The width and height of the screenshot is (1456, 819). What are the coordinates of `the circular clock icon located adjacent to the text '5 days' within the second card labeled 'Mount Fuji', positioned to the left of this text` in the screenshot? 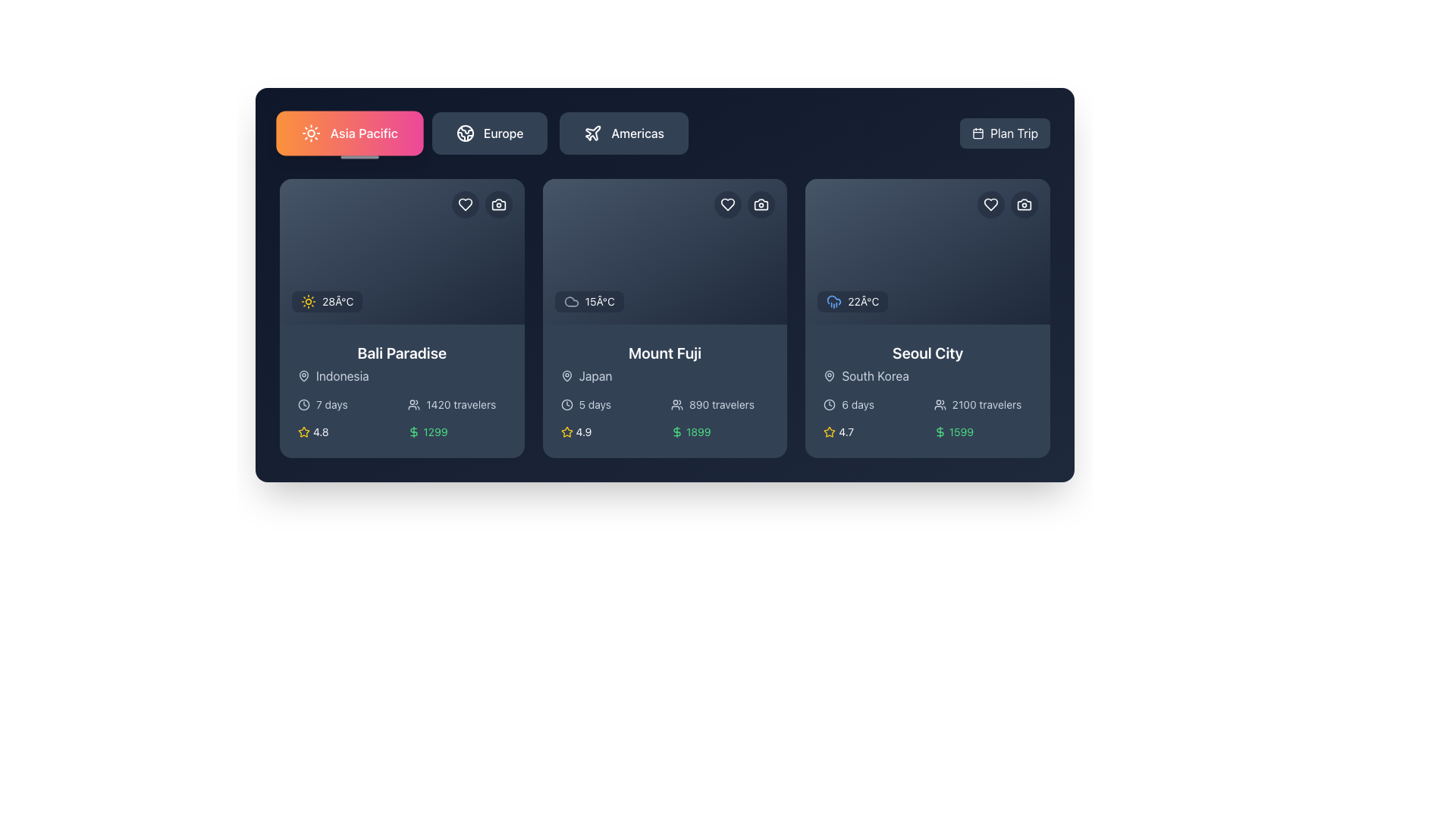 It's located at (566, 403).